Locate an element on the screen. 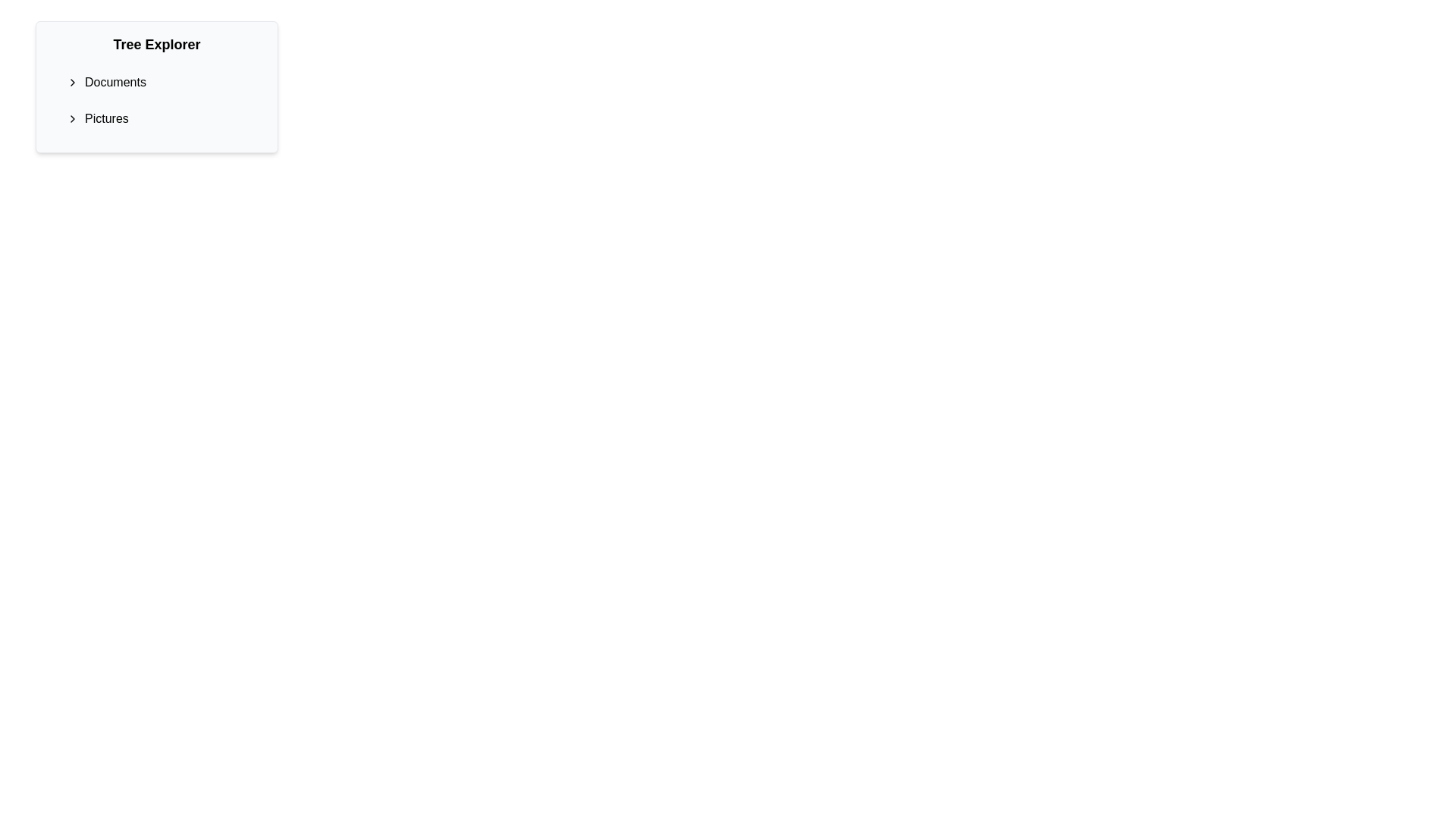 The image size is (1456, 819). the icon located to the left of the text 'Documents' in the upper left quadrant is located at coordinates (75, 82).